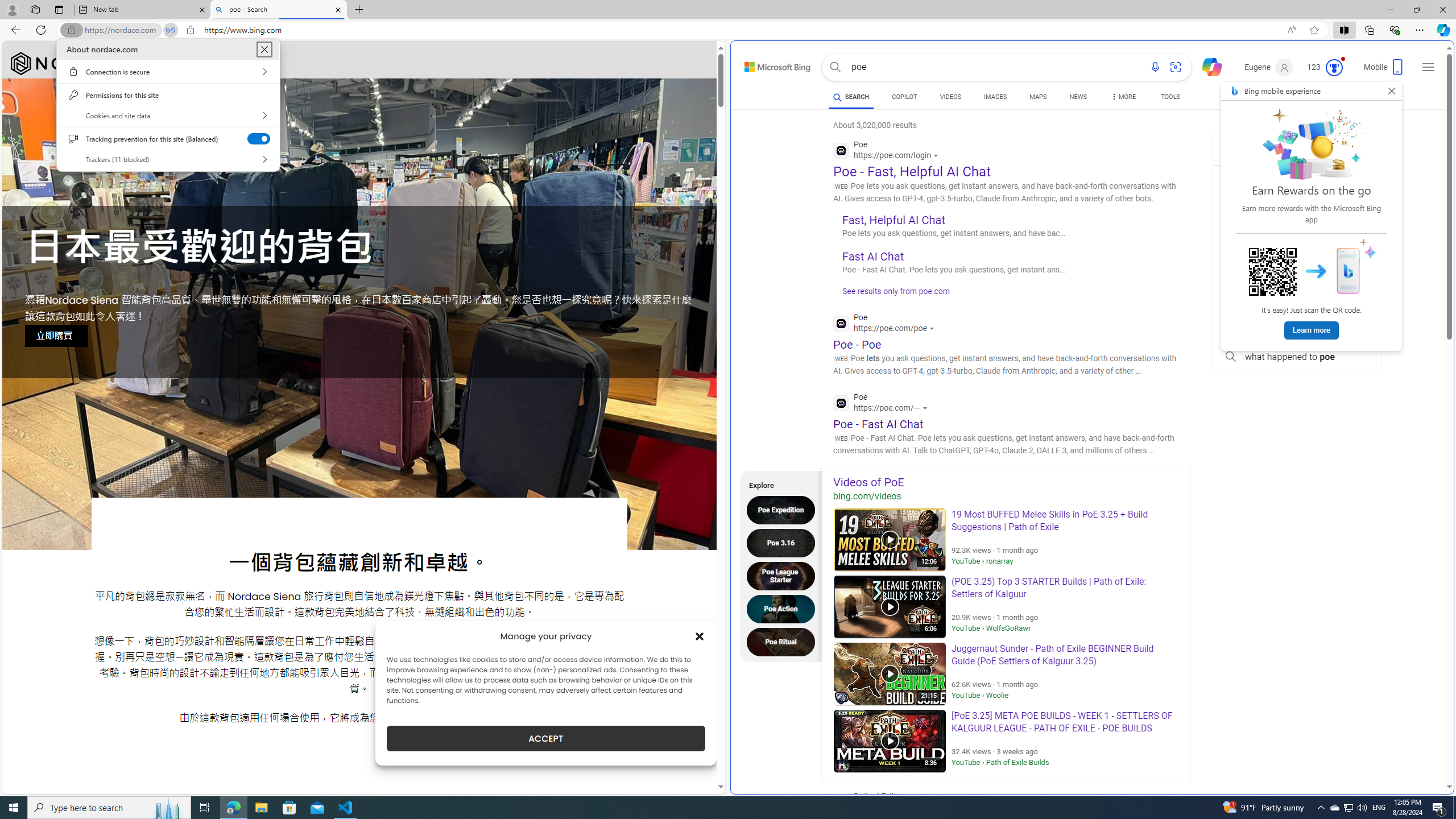 The image size is (1456, 819). What do you see at coordinates (545, 738) in the screenshot?
I see `'ACCEPT'` at bounding box center [545, 738].